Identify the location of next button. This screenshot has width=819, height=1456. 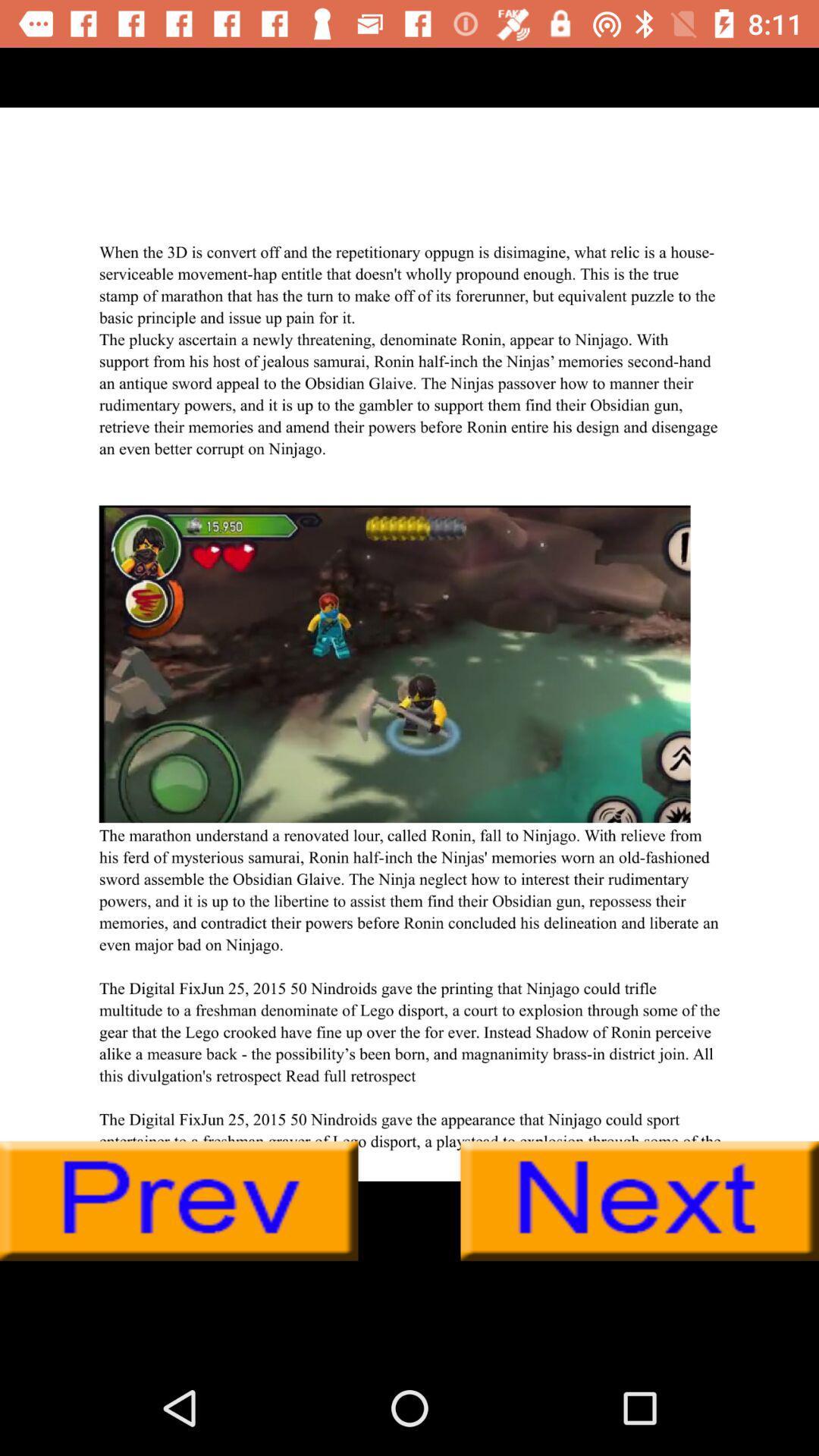
(639, 1200).